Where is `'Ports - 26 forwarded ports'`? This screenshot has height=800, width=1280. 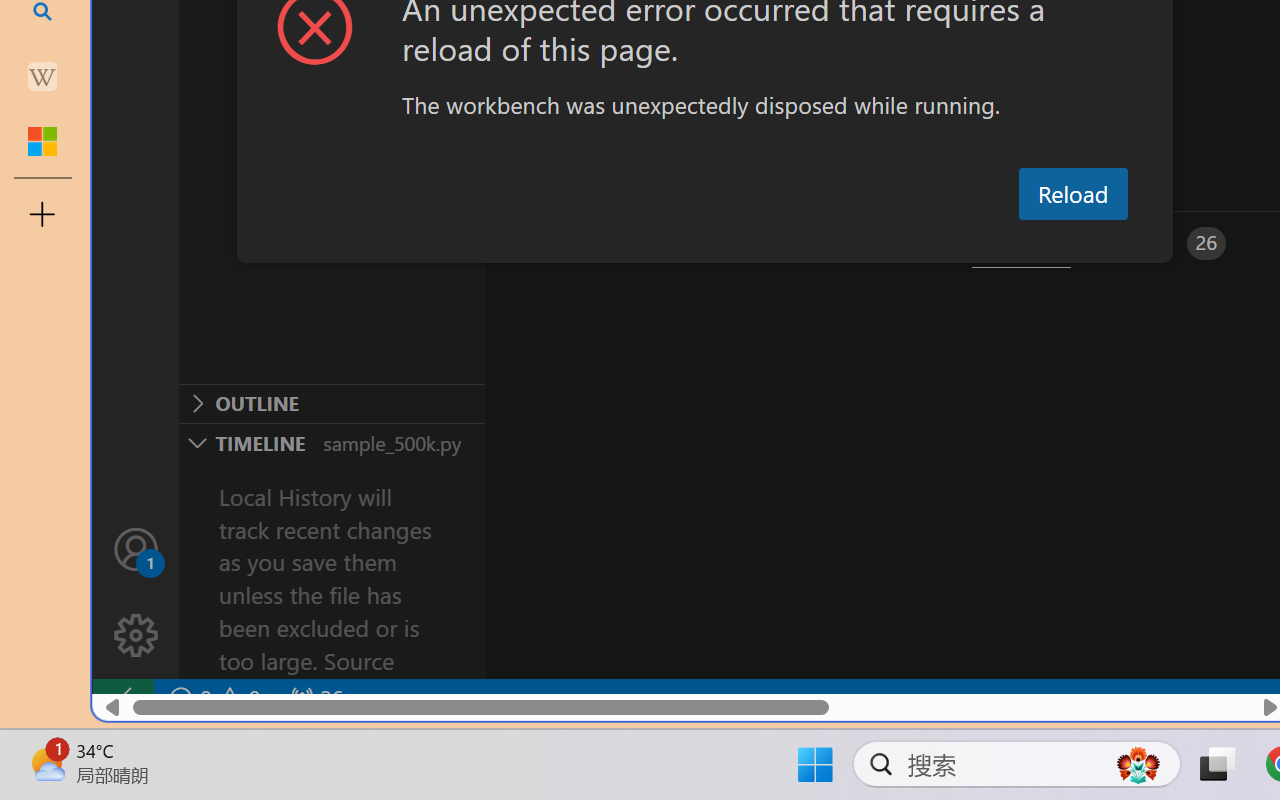
'Ports - 26 forwarded ports' is located at coordinates (1165, 242).